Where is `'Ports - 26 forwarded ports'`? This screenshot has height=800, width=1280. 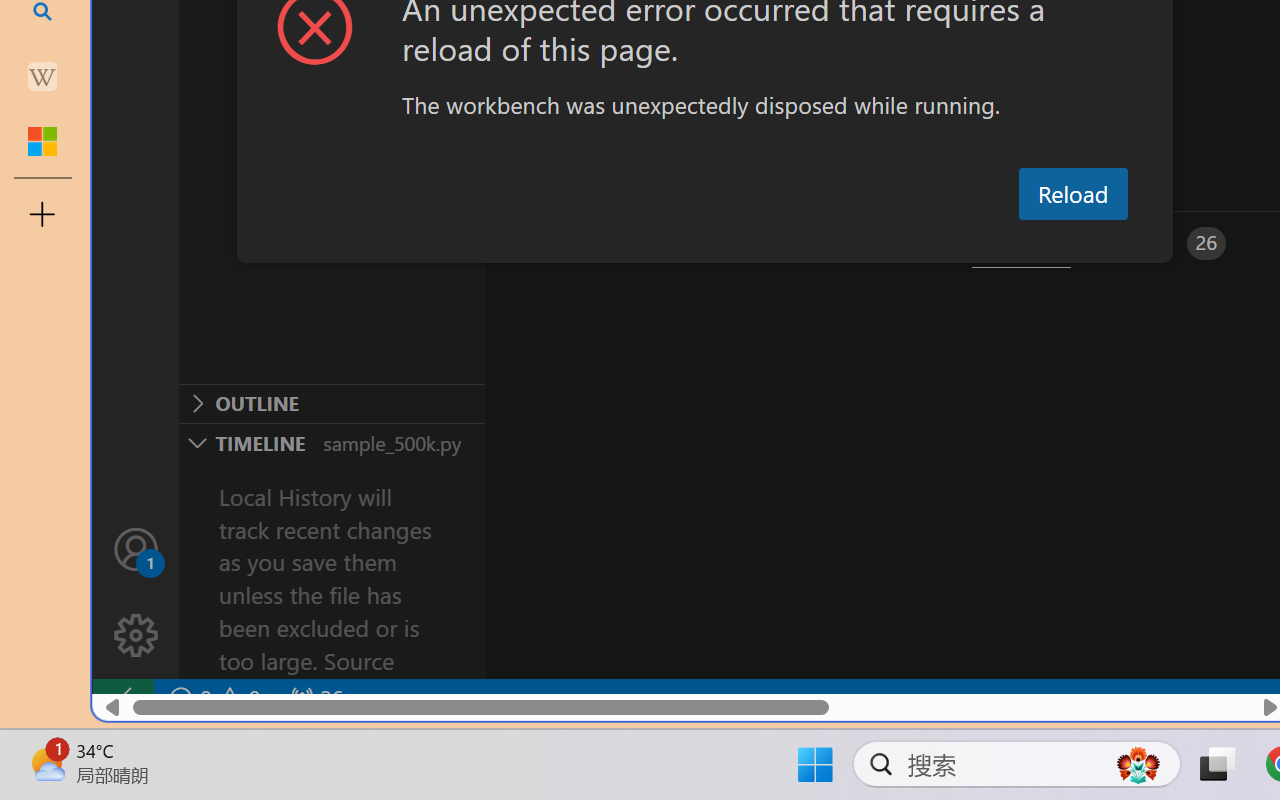
'Ports - 26 forwarded ports' is located at coordinates (1165, 242).